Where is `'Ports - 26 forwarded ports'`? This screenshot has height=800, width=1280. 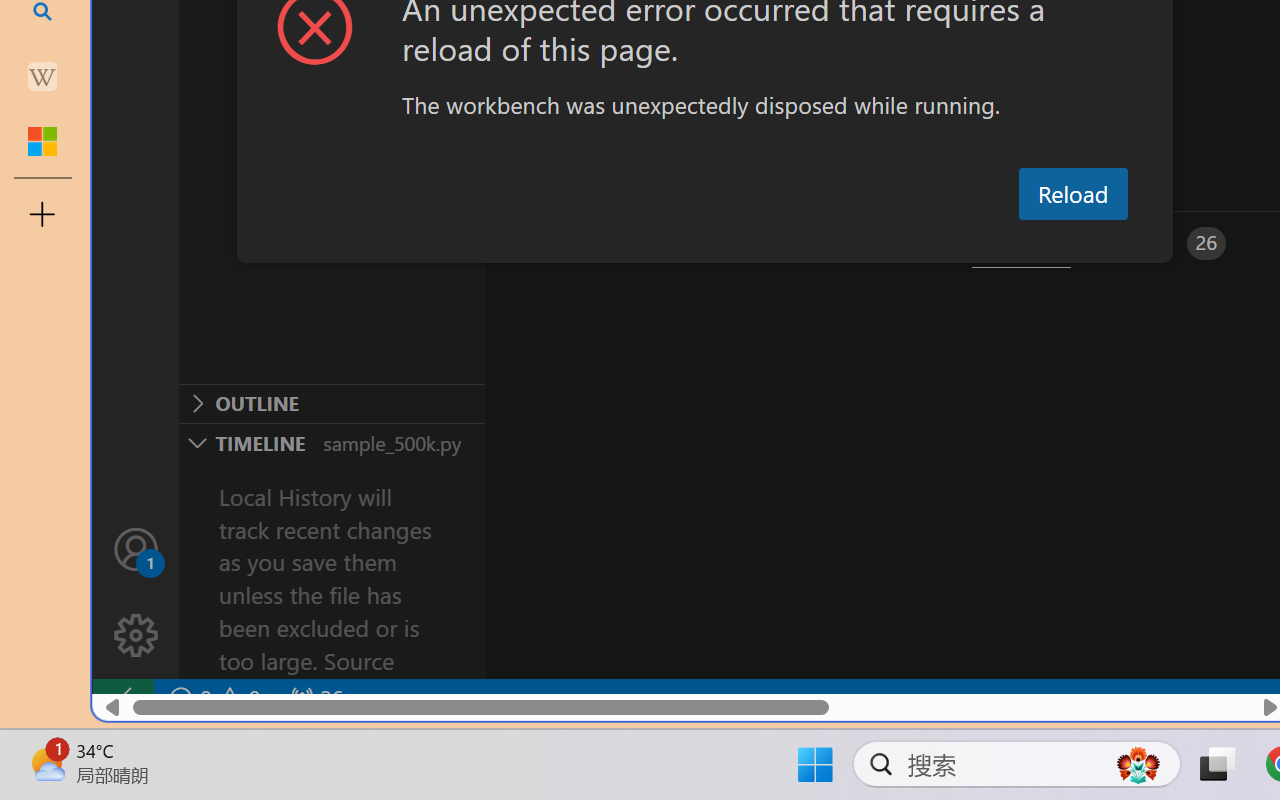
'Ports - 26 forwarded ports' is located at coordinates (1165, 242).